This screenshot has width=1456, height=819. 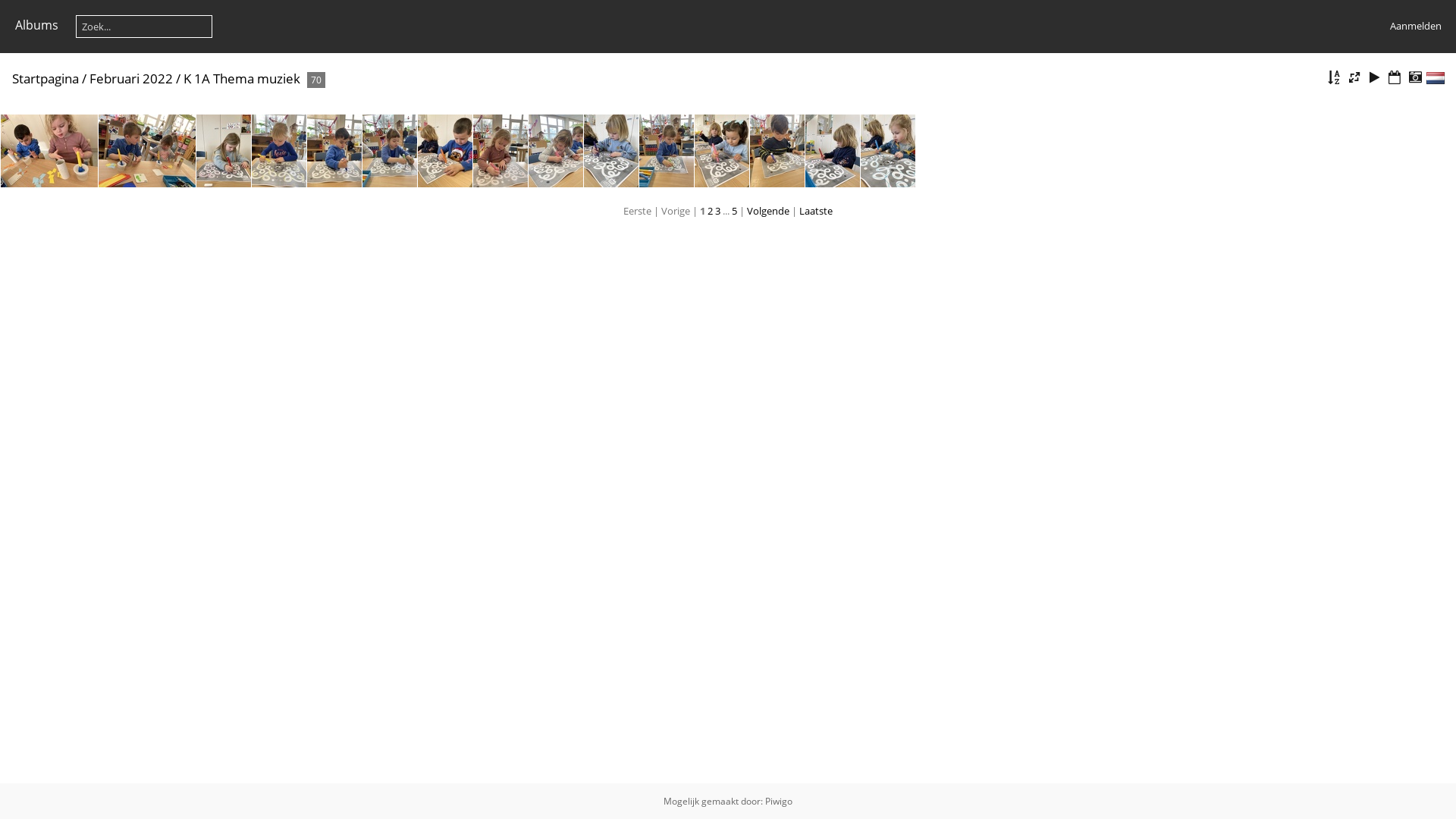 What do you see at coordinates (714, 210) in the screenshot?
I see `'3'` at bounding box center [714, 210].